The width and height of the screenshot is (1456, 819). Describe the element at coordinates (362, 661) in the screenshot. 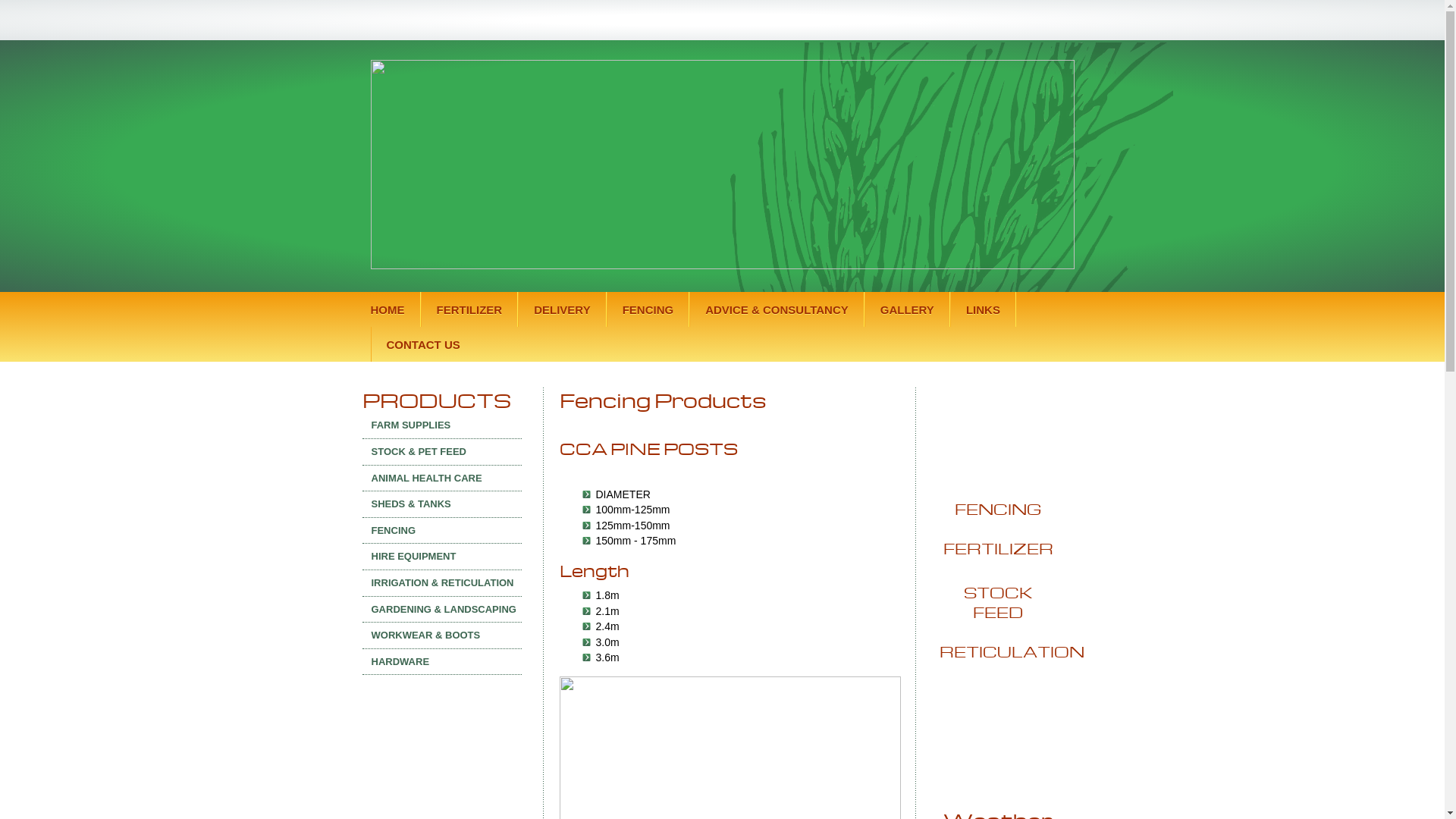

I see `'HARDWARE'` at that location.